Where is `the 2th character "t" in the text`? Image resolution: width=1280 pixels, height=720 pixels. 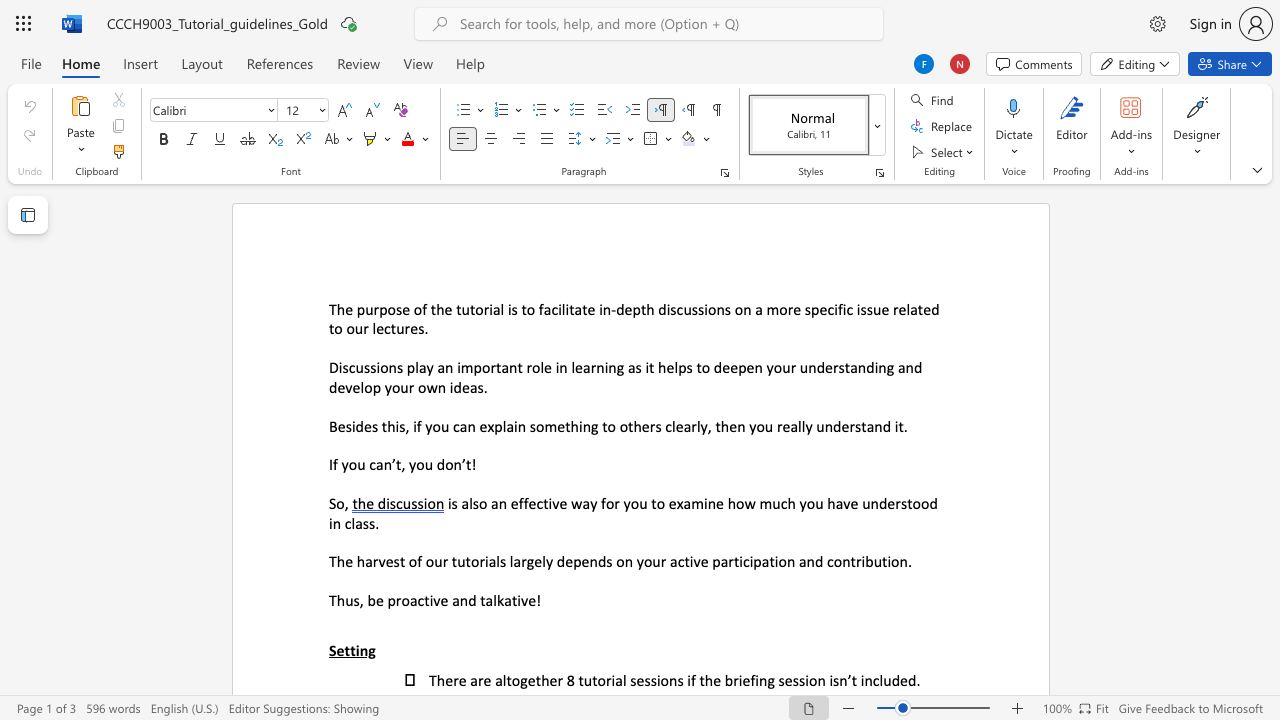 the 2th character "t" in the text is located at coordinates (482, 599).